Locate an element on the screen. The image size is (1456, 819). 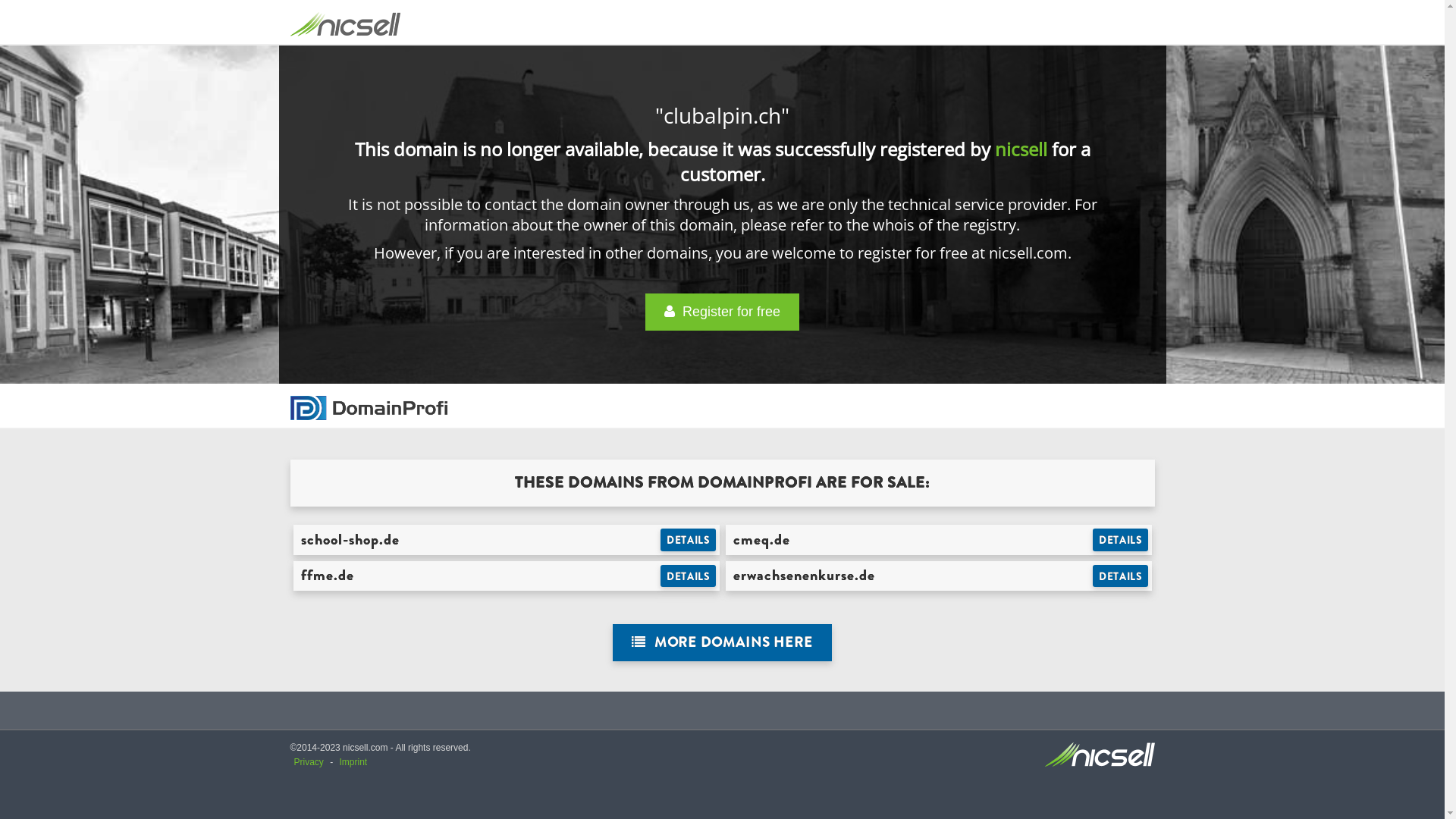
'nicsell' is located at coordinates (1021, 149).